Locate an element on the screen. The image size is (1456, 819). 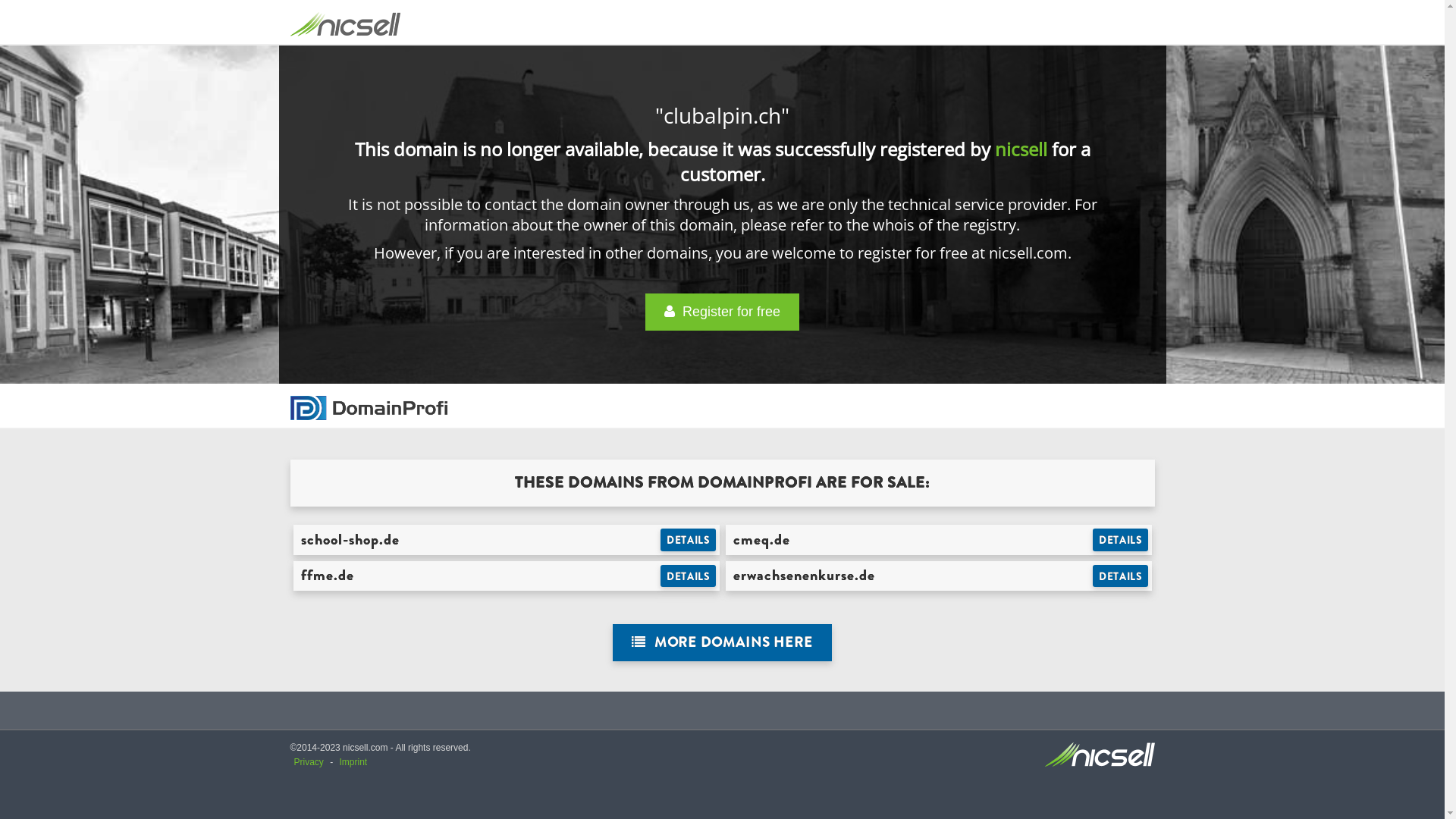
'nicsell' is located at coordinates (1021, 149).